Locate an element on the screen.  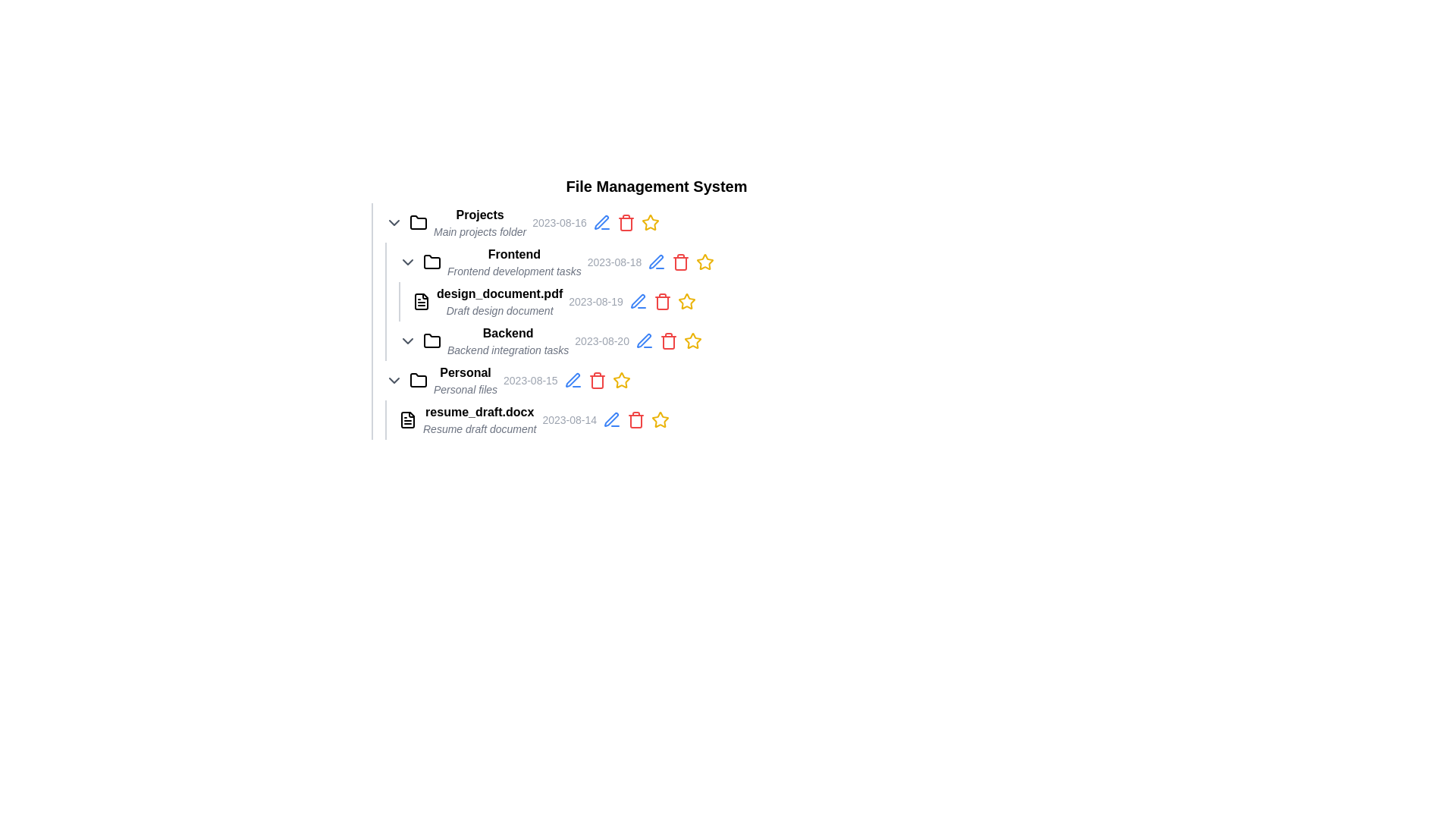
the red trash icon which serves as the delete action button for the 'Projects' folder, located on the far-right side of the row labeled 'Projects.' is located at coordinates (626, 222).